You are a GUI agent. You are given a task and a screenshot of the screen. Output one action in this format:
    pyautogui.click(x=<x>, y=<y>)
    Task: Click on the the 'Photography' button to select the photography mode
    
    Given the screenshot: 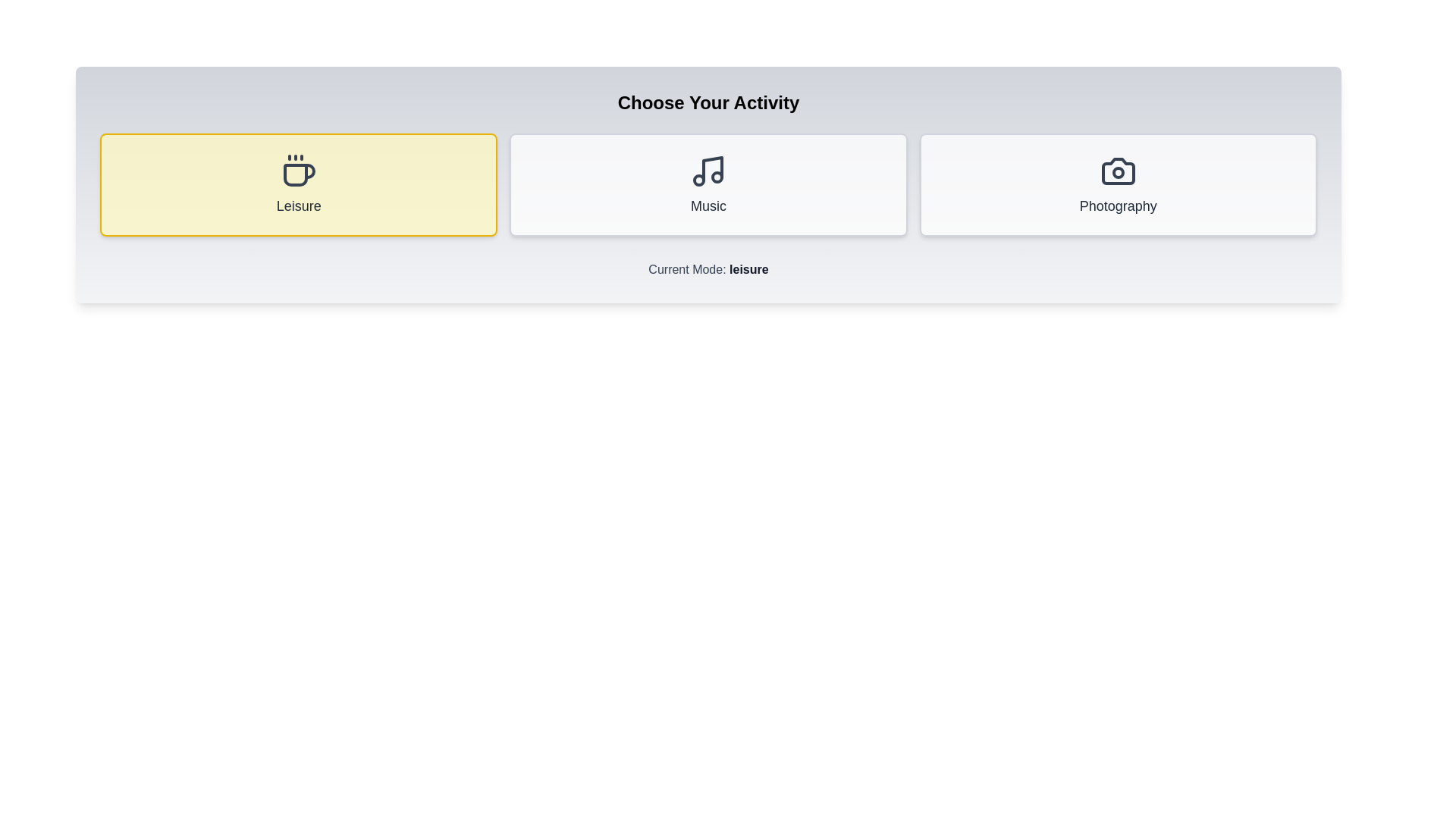 What is the action you would take?
    pyautogui.click(x=1117, y=184)
    